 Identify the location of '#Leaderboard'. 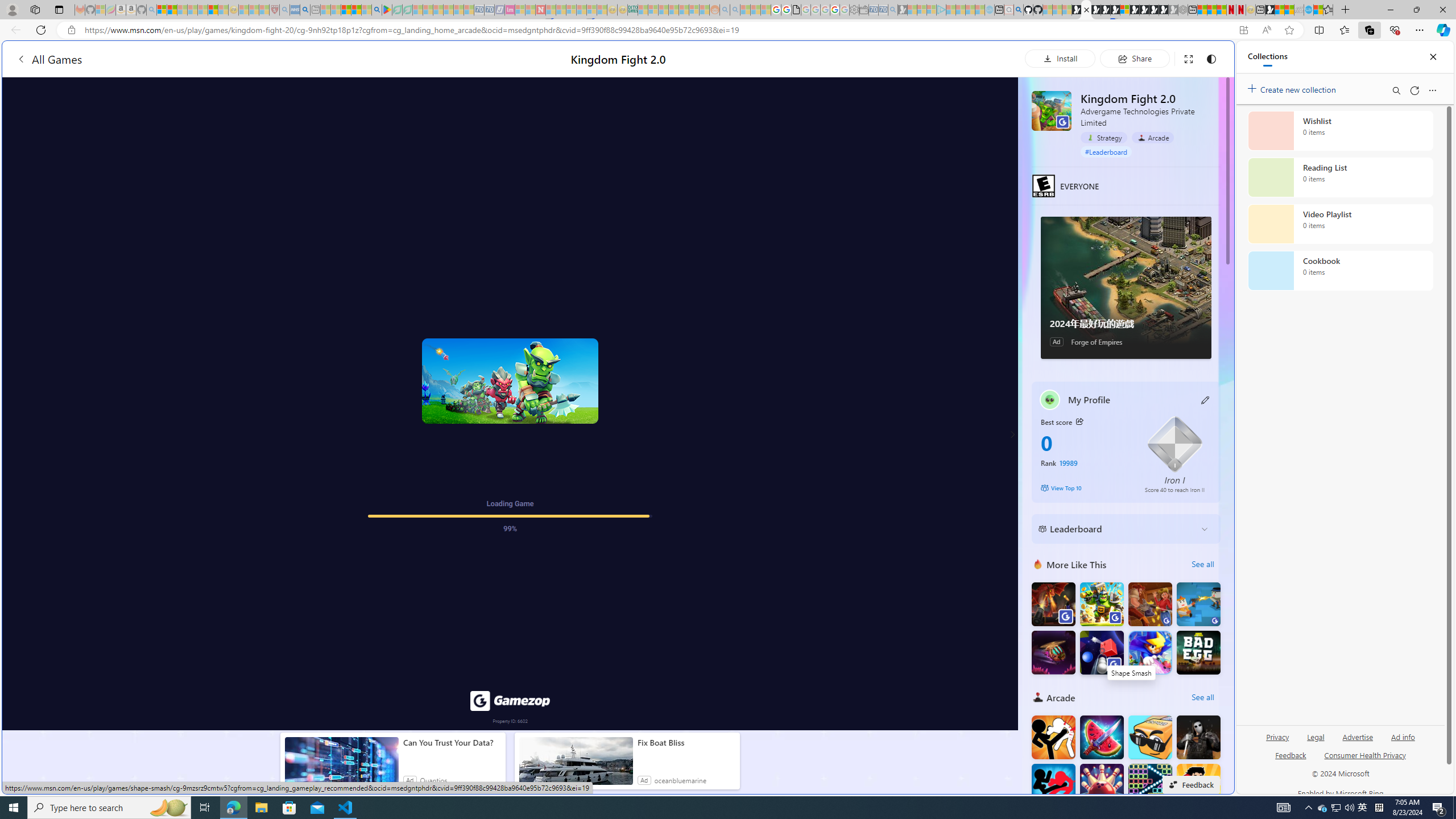
(1106, 151).